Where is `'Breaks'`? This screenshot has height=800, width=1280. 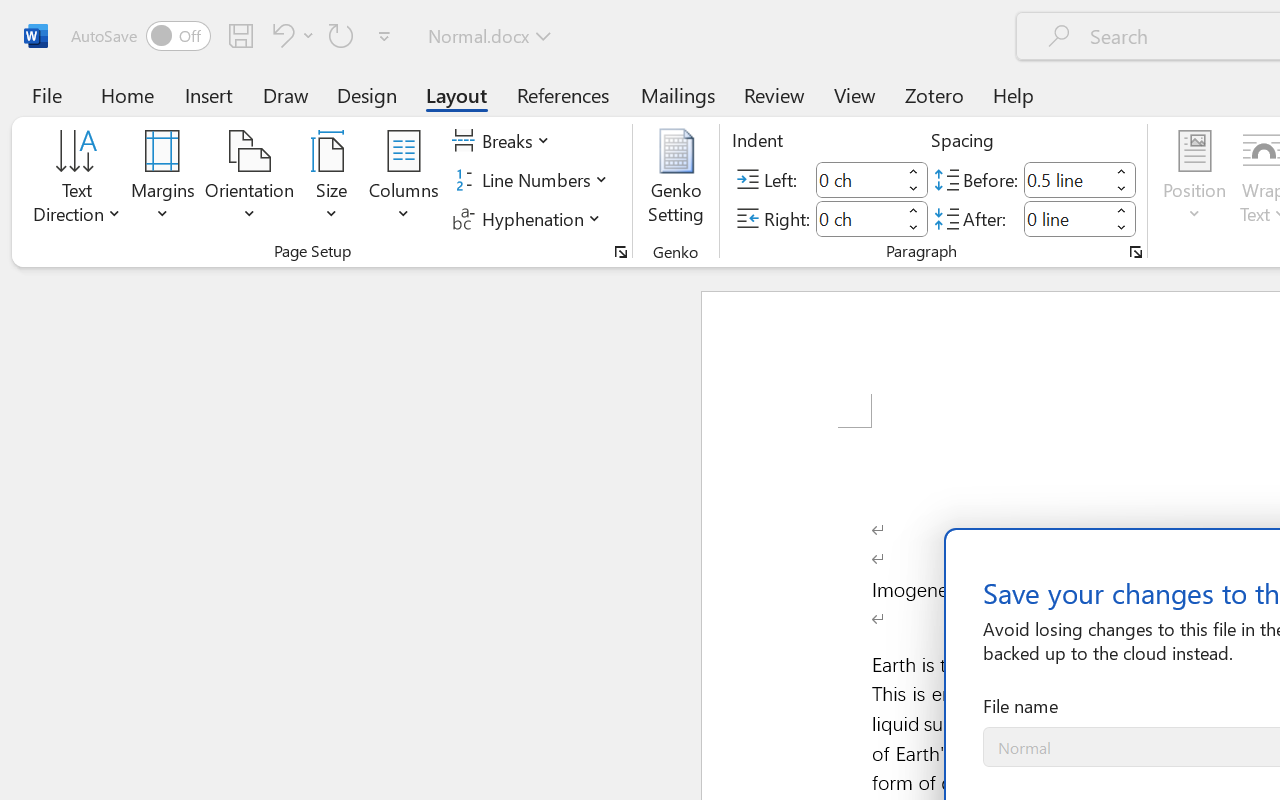 'Breaks' is located at coordinates (504, 141).